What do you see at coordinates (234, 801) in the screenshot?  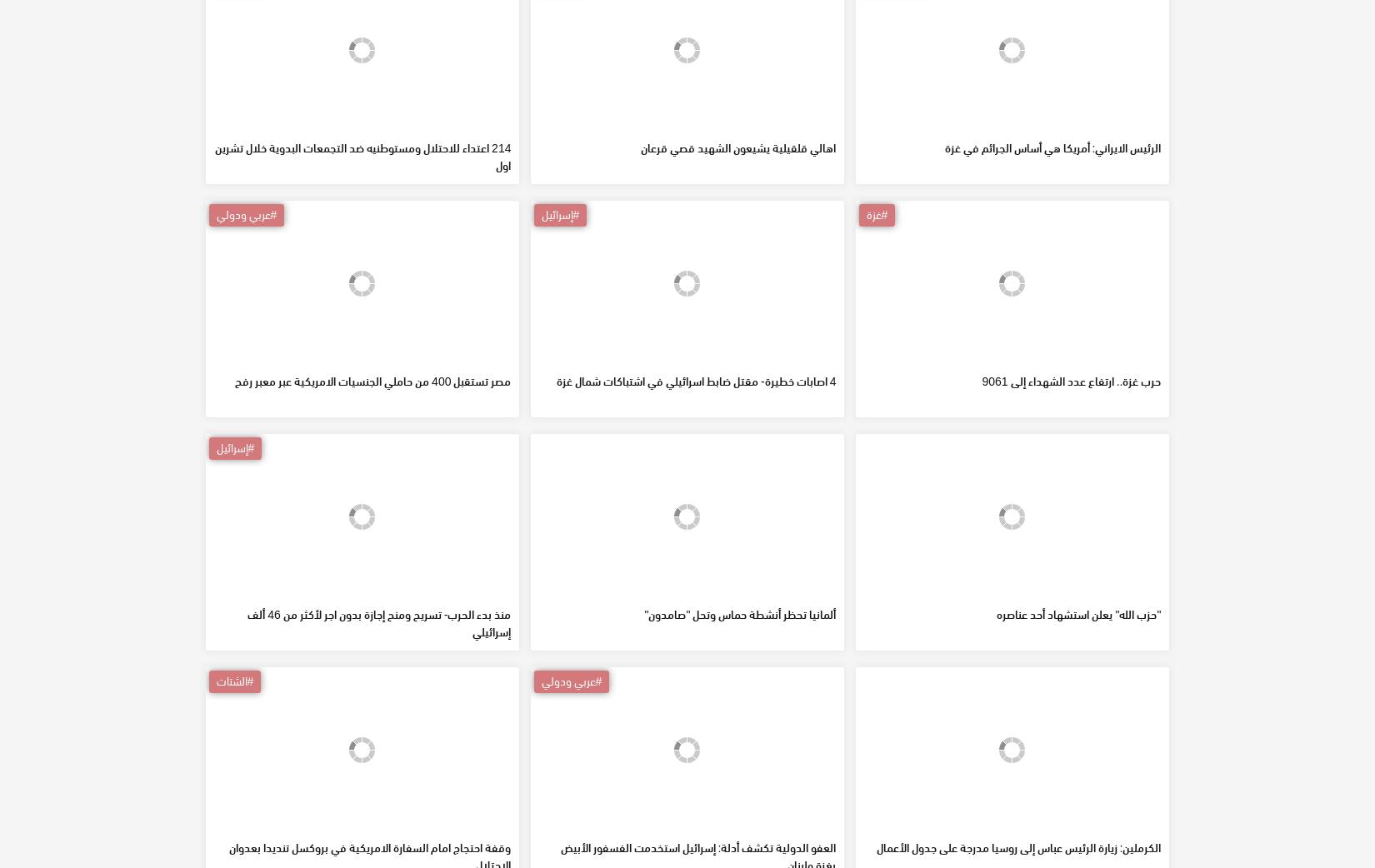 I see `'#الشتات'` at bounding box center [234, 801].